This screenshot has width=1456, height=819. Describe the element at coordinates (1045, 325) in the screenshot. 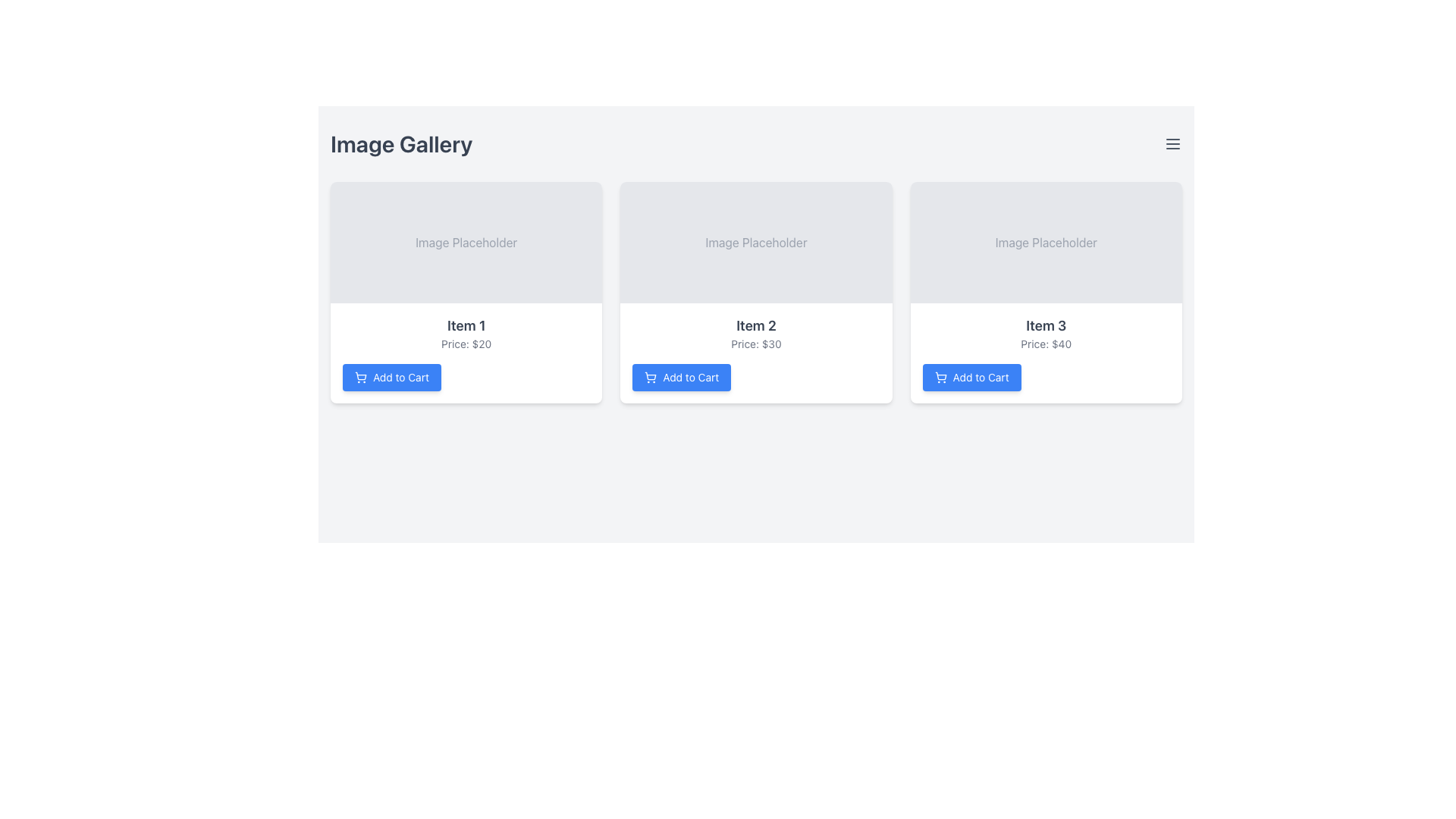

I see `the title text of the third item in the product grid, which is positioned above the price information and the 'Add to Cart' button` at that location.